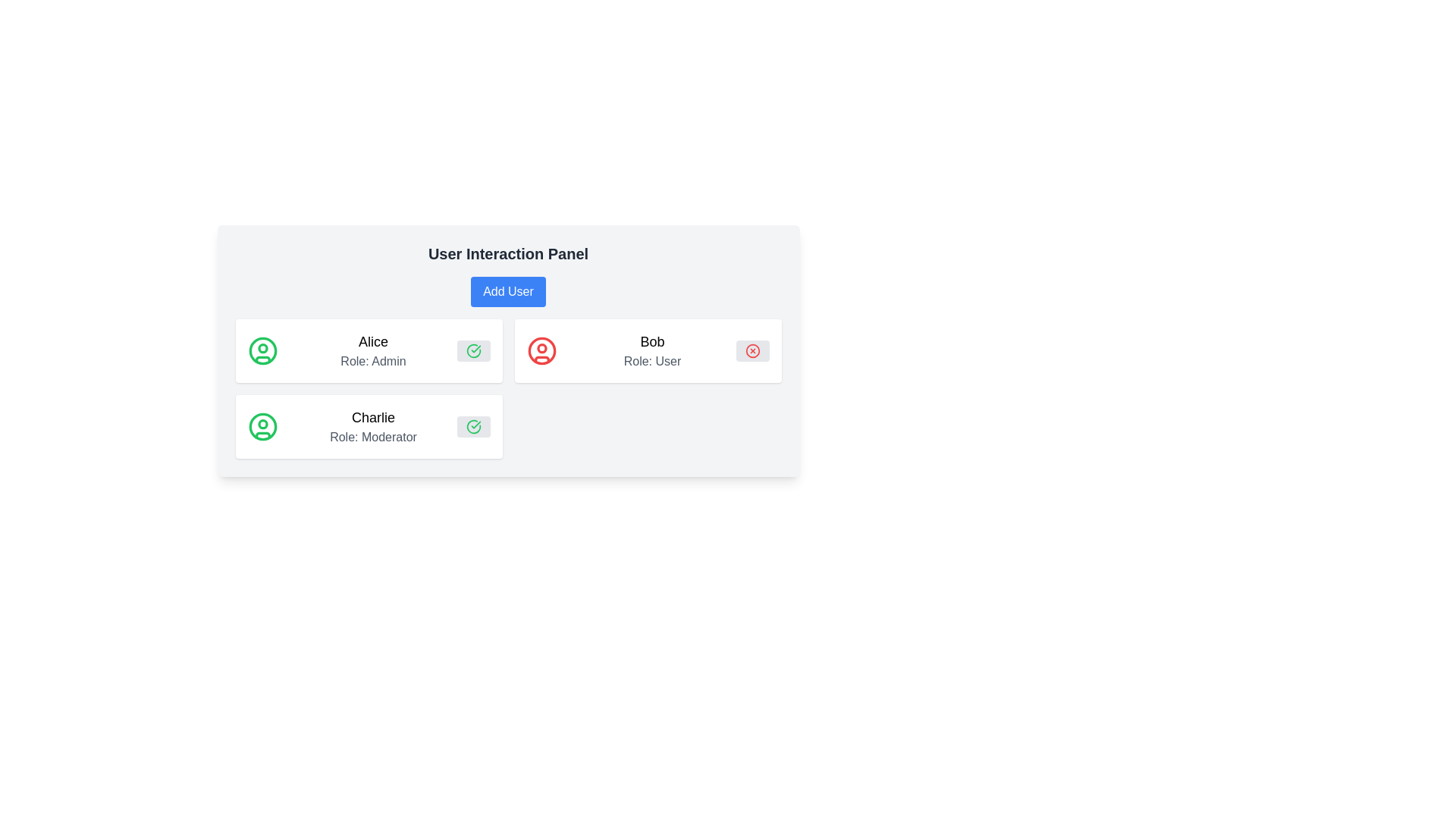  I want to click on the user's name text label in the user information display card, which is located in the upper-left quadrant of the interface, so click(373, 342).